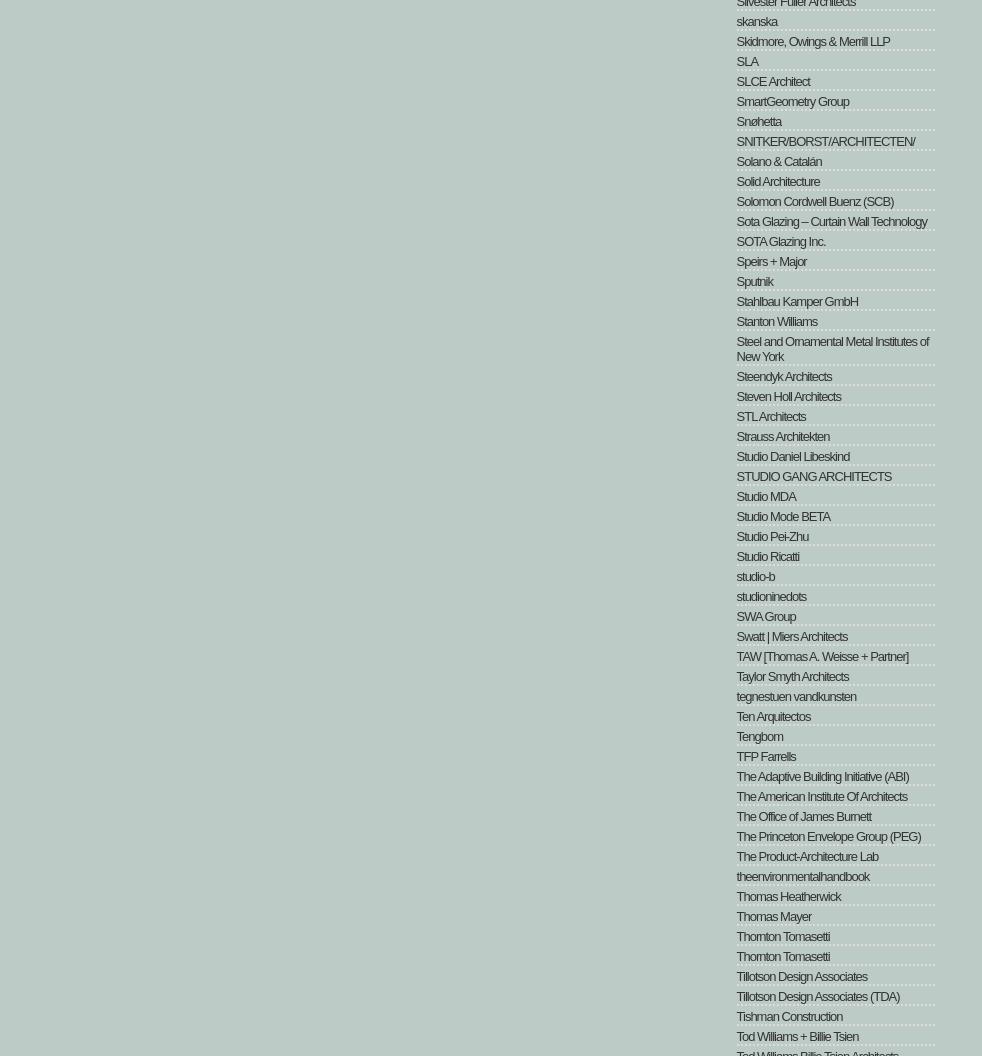  I want to click on 'SWA Group', so click(765, 615).